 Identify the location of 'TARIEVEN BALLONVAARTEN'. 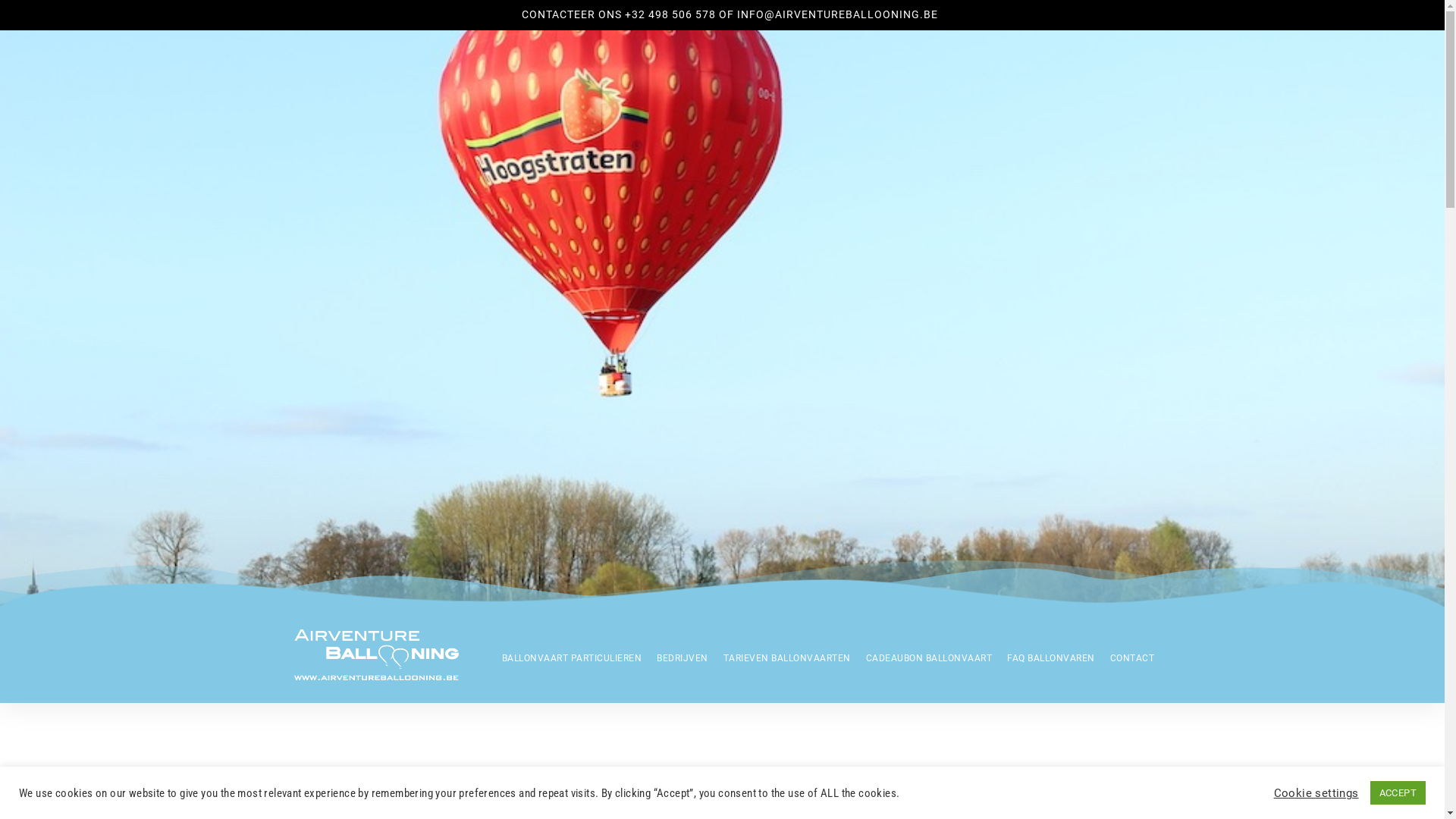
(723, 657).